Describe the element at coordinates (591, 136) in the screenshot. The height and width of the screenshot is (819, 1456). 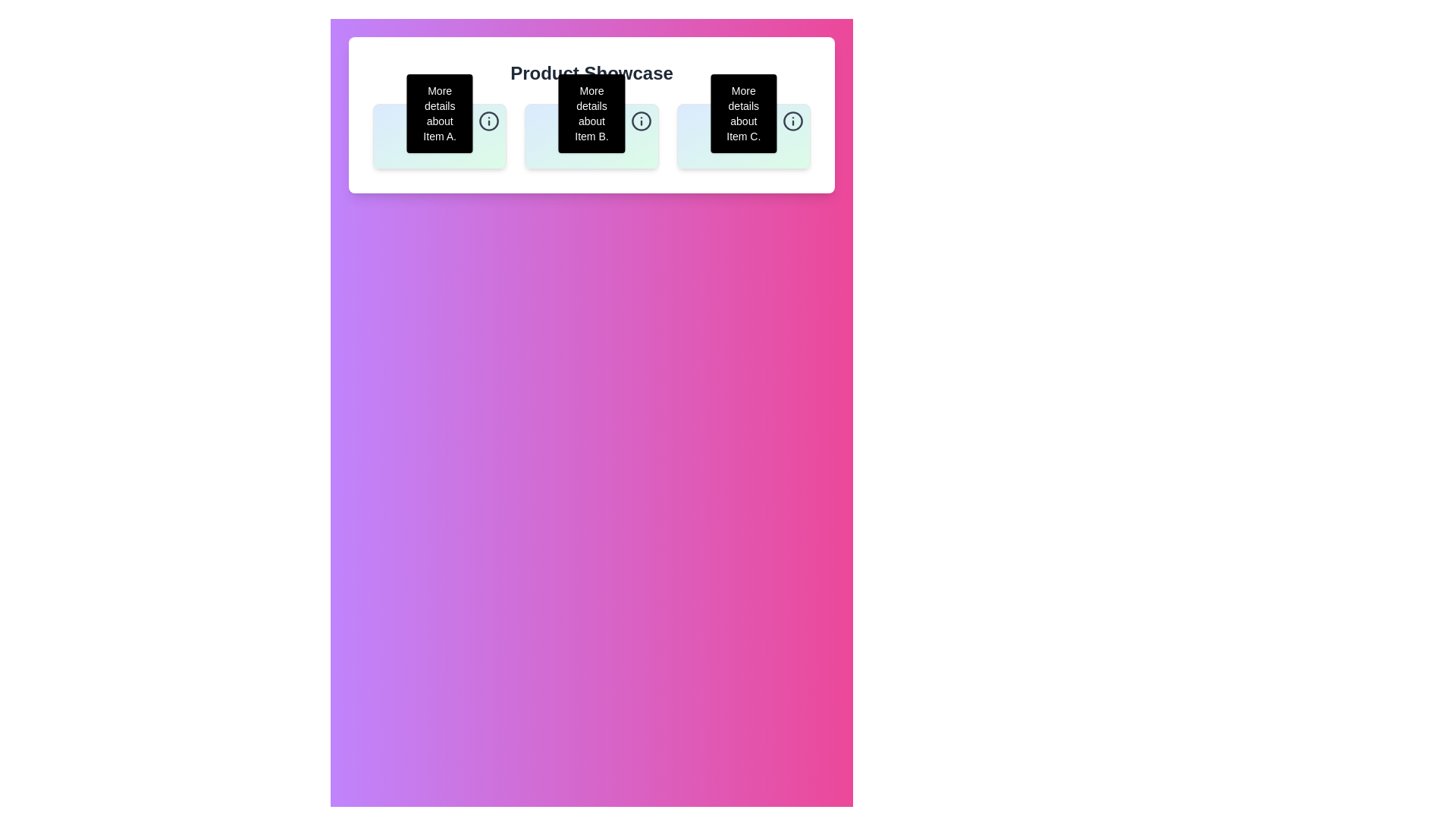
I see `the display card showcasing information related to 'Item B', which is the second card in a row of three cards within a grid layout` at that location.